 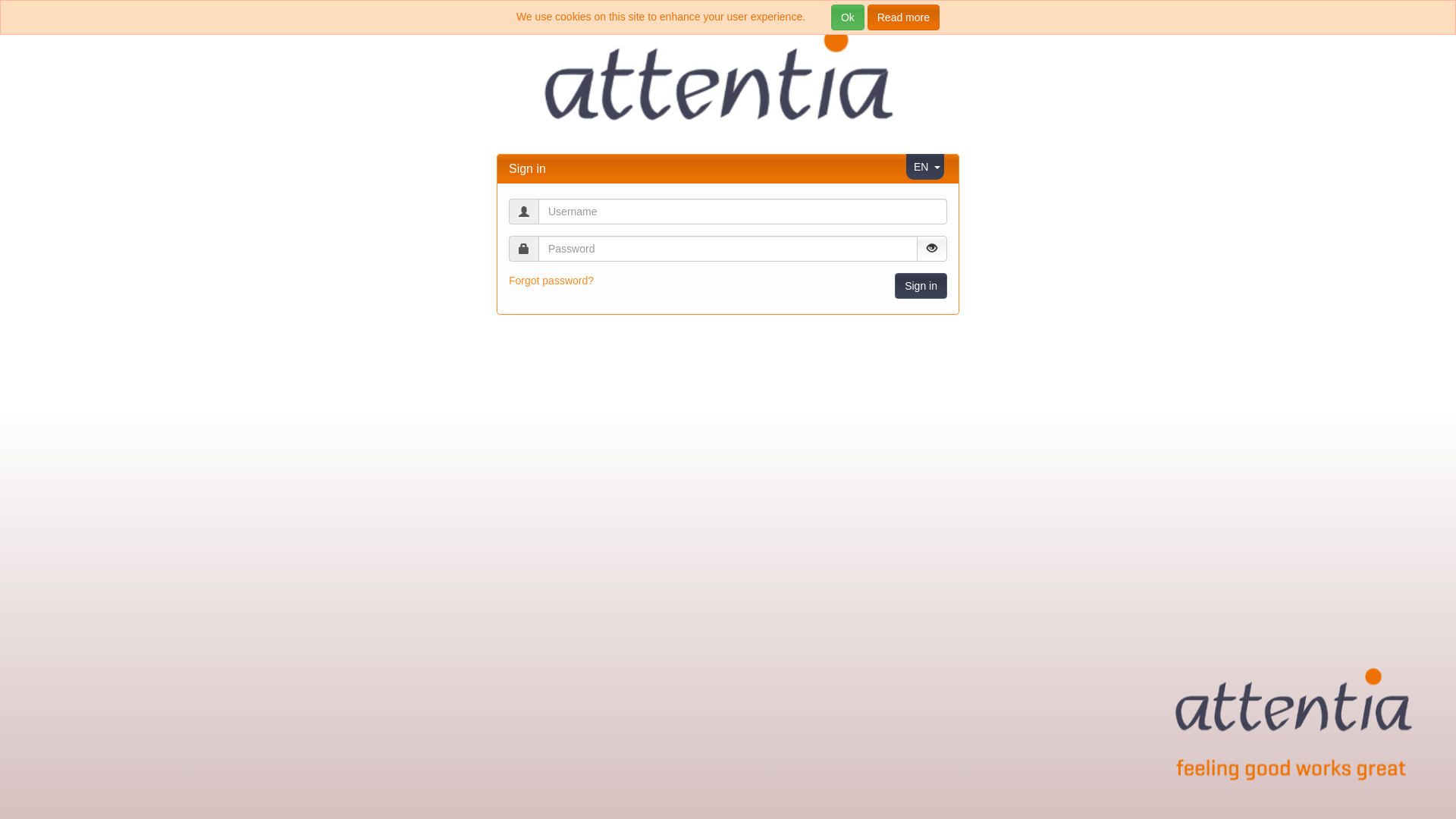 I want to click on 'Read more', so click(x=903, y=17).